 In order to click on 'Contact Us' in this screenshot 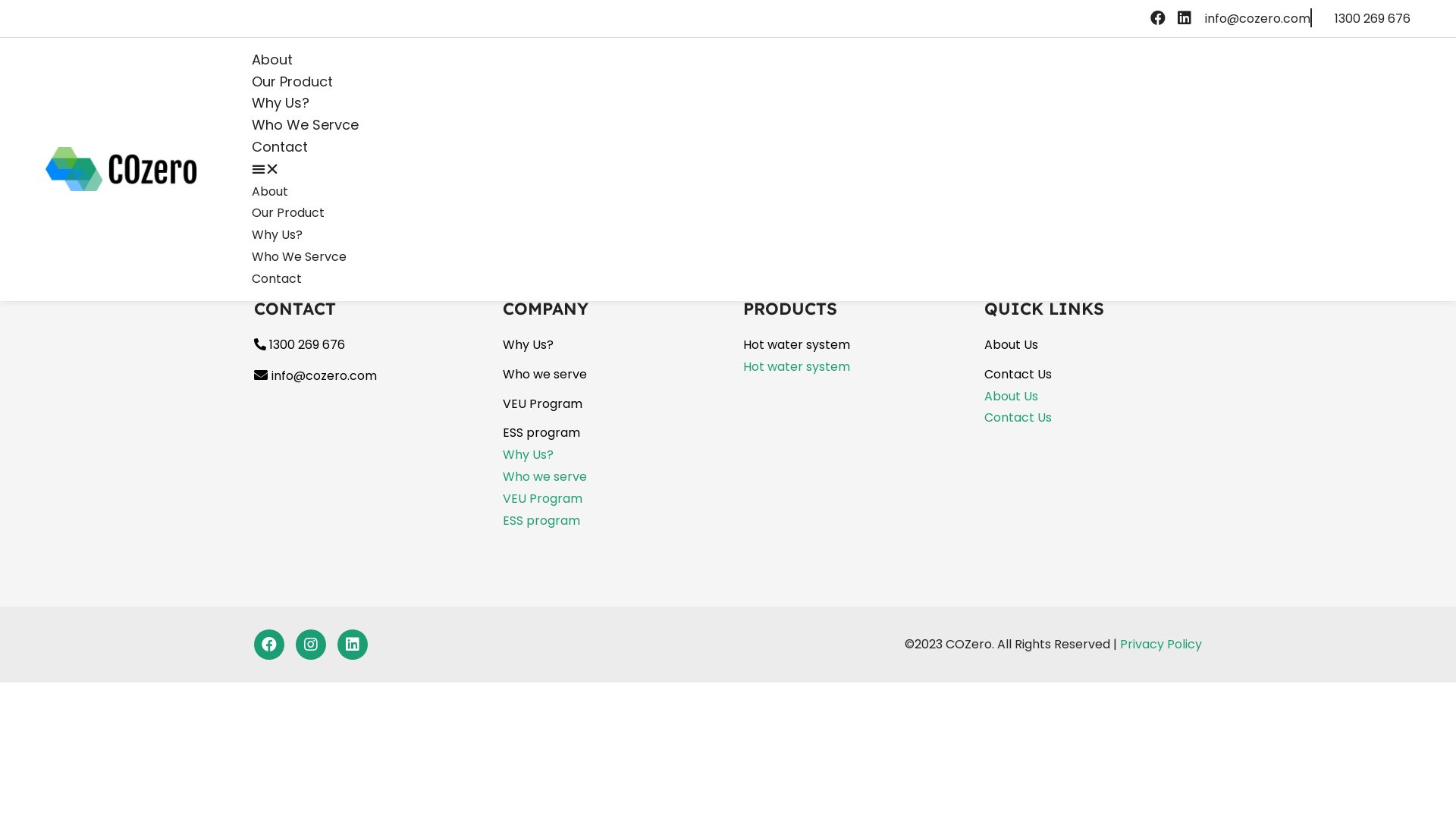, I will do `click(1018, 417)`.